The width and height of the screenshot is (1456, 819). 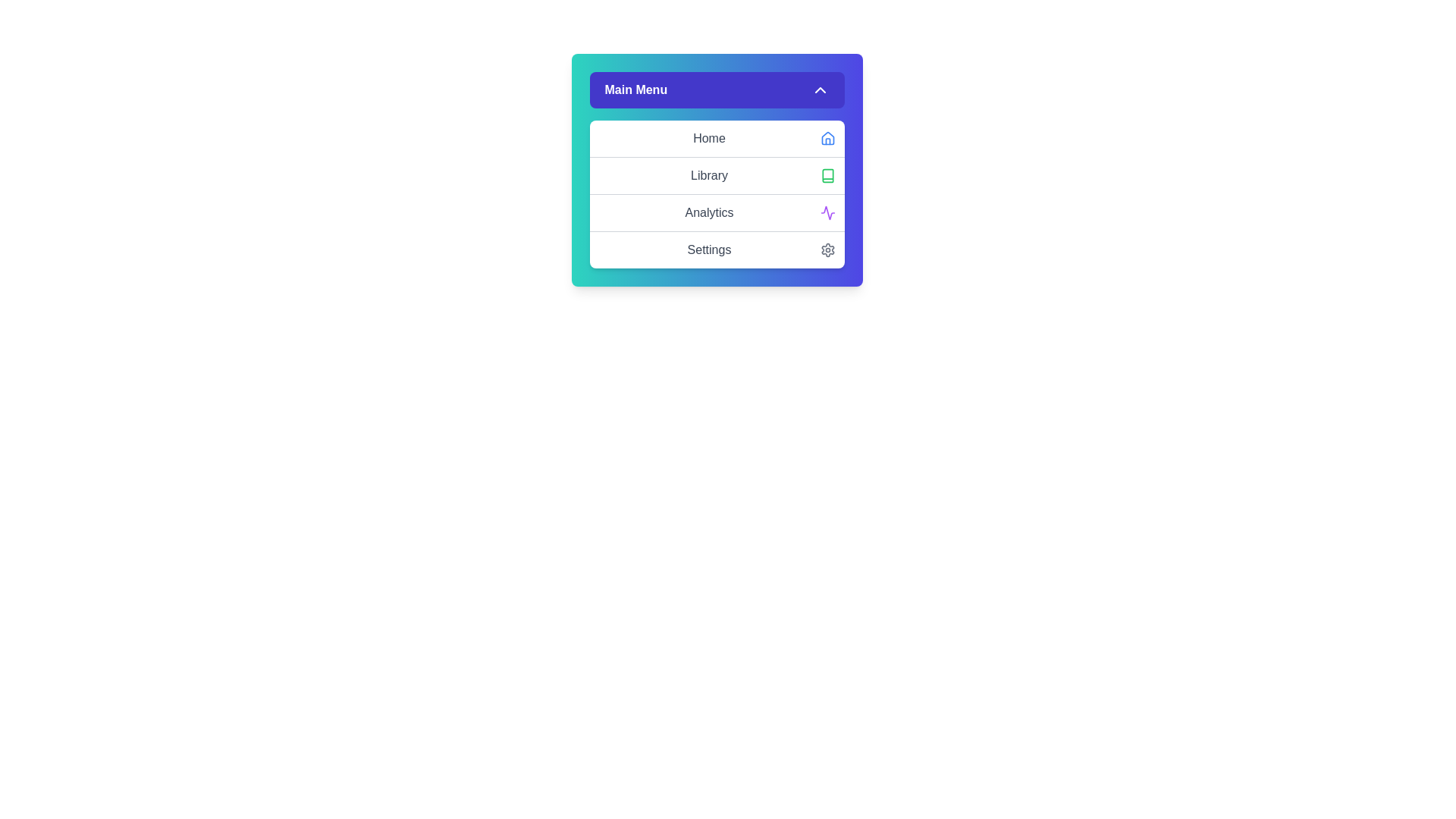 What do you see at coordinates (827, 138) in the screenshot?
I see `the icon associated with the Home menu item` at bounding box center [827, 138].